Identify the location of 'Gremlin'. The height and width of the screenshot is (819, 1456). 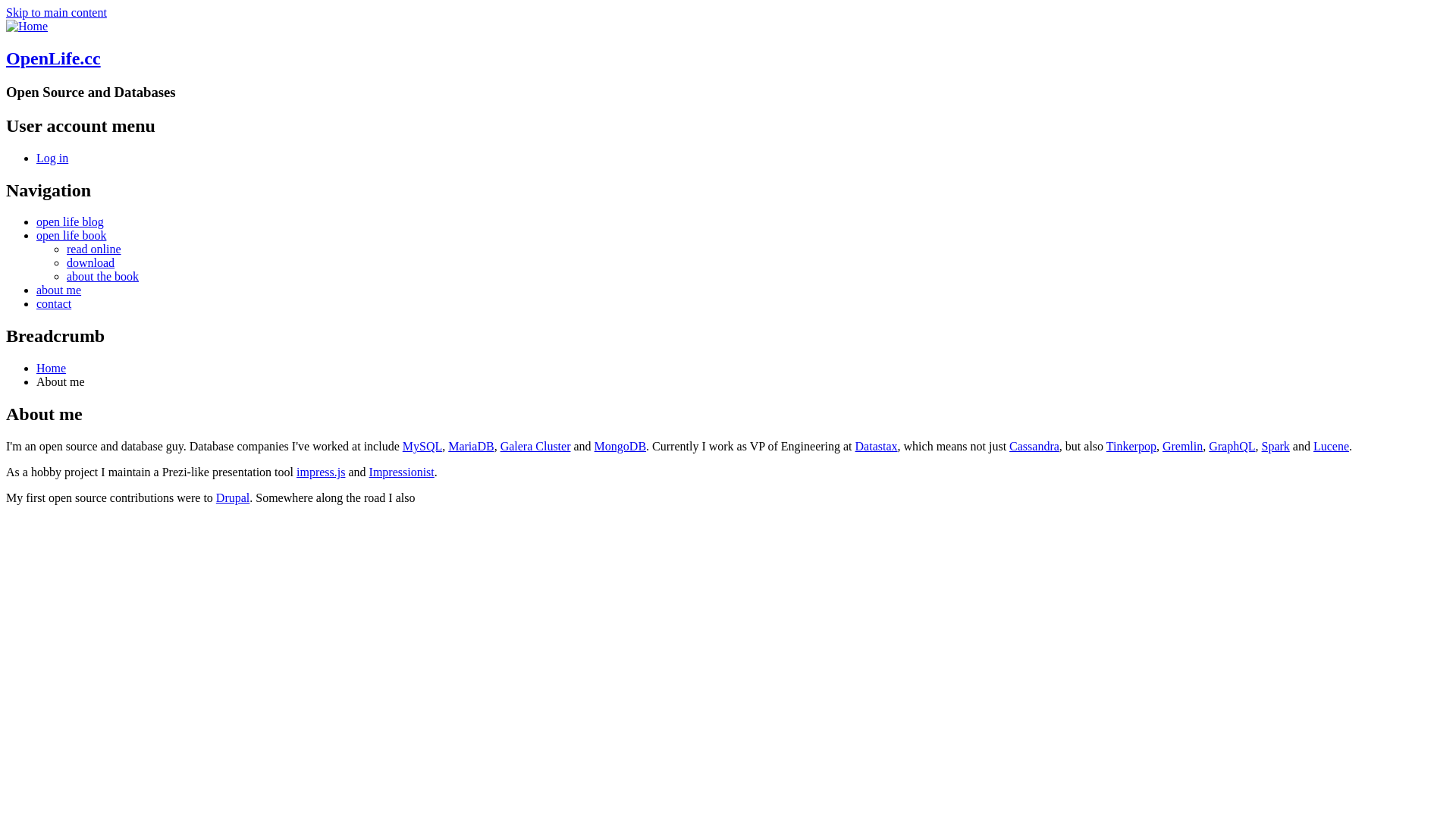
(1181, 445).